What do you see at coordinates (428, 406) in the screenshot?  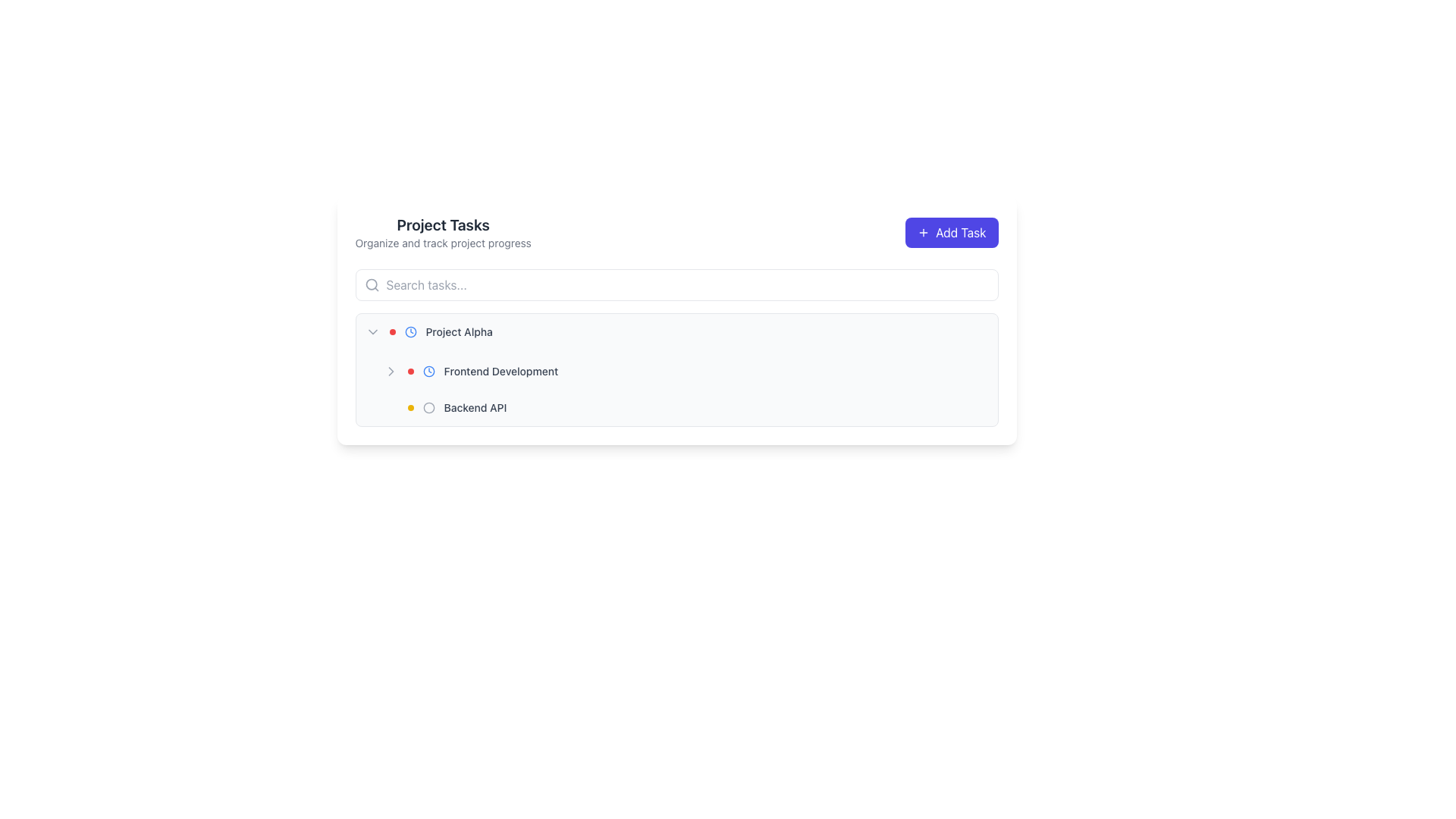 I see `the hollow circle icon with a gray border located between the yellow dot indicator and the 'Backend API' text` at bounding box center [428, 406].